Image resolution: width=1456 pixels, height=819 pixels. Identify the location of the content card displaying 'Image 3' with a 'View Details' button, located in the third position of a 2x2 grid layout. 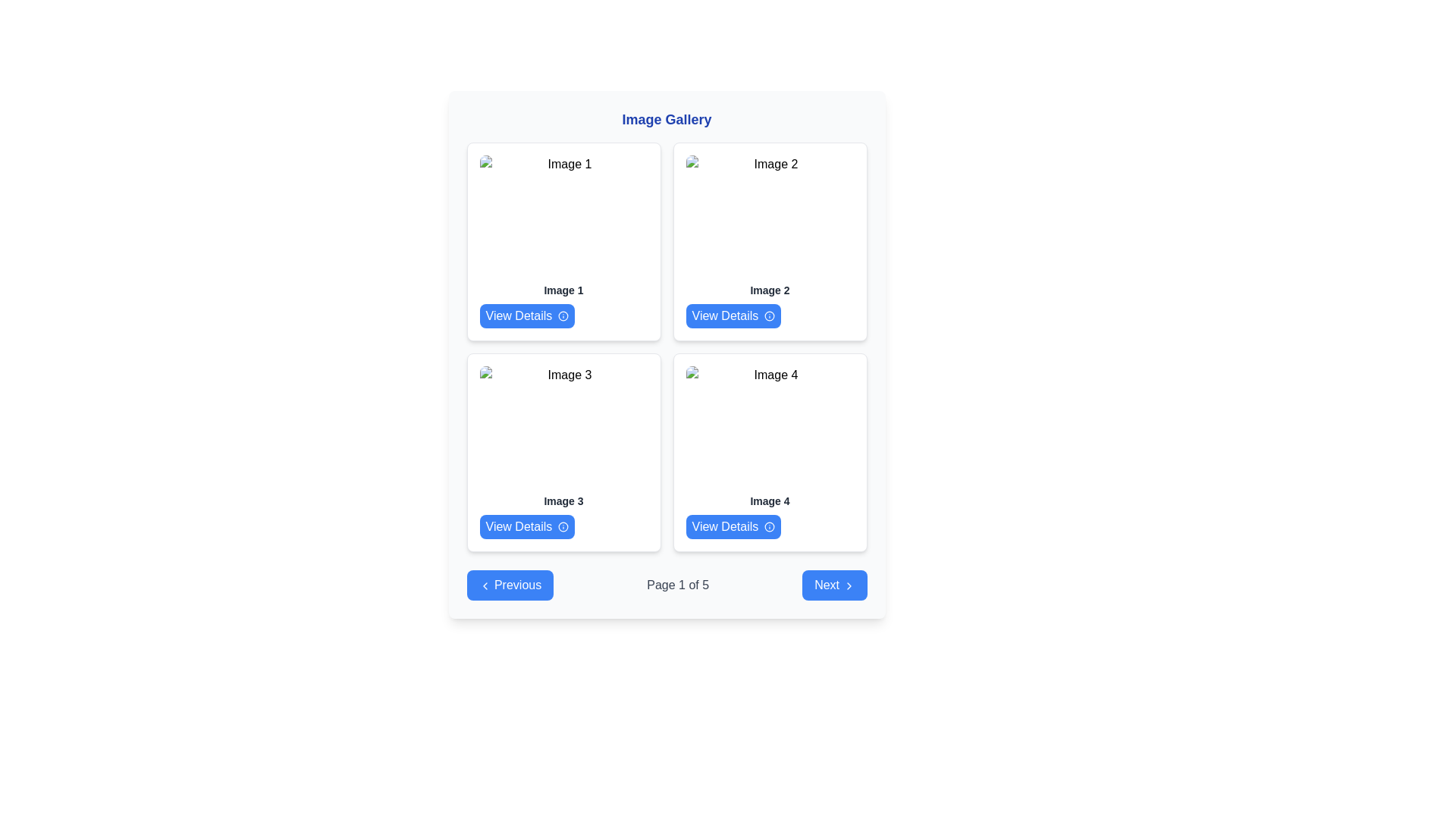
(563, 452).